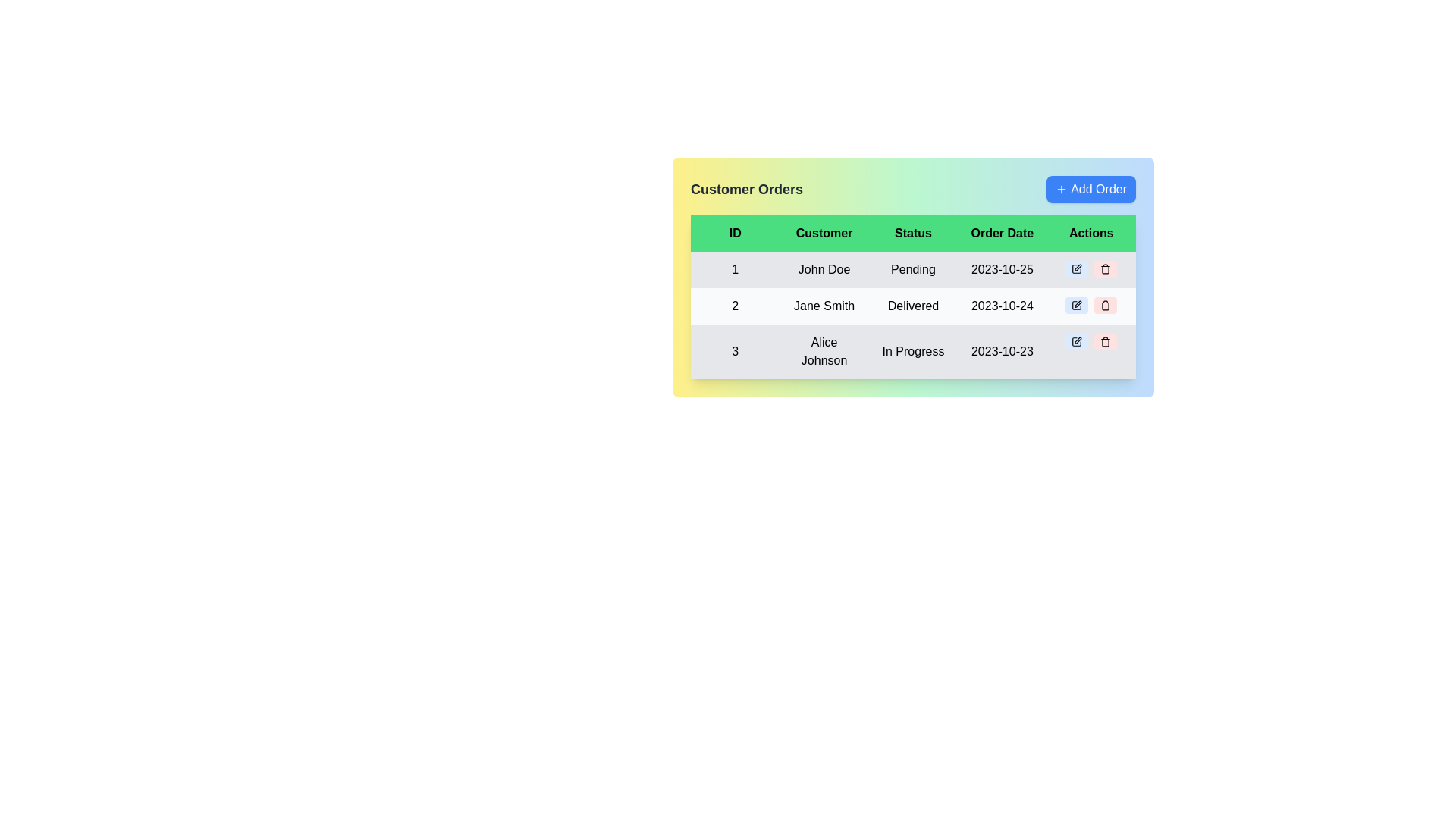 The image size is (1456, 819). Describe the element at coordinates (1076, 342) in the screenshot. I see `the pencil icon located in the third row of the Actions column, which is part of the editing or modification function` at that location.